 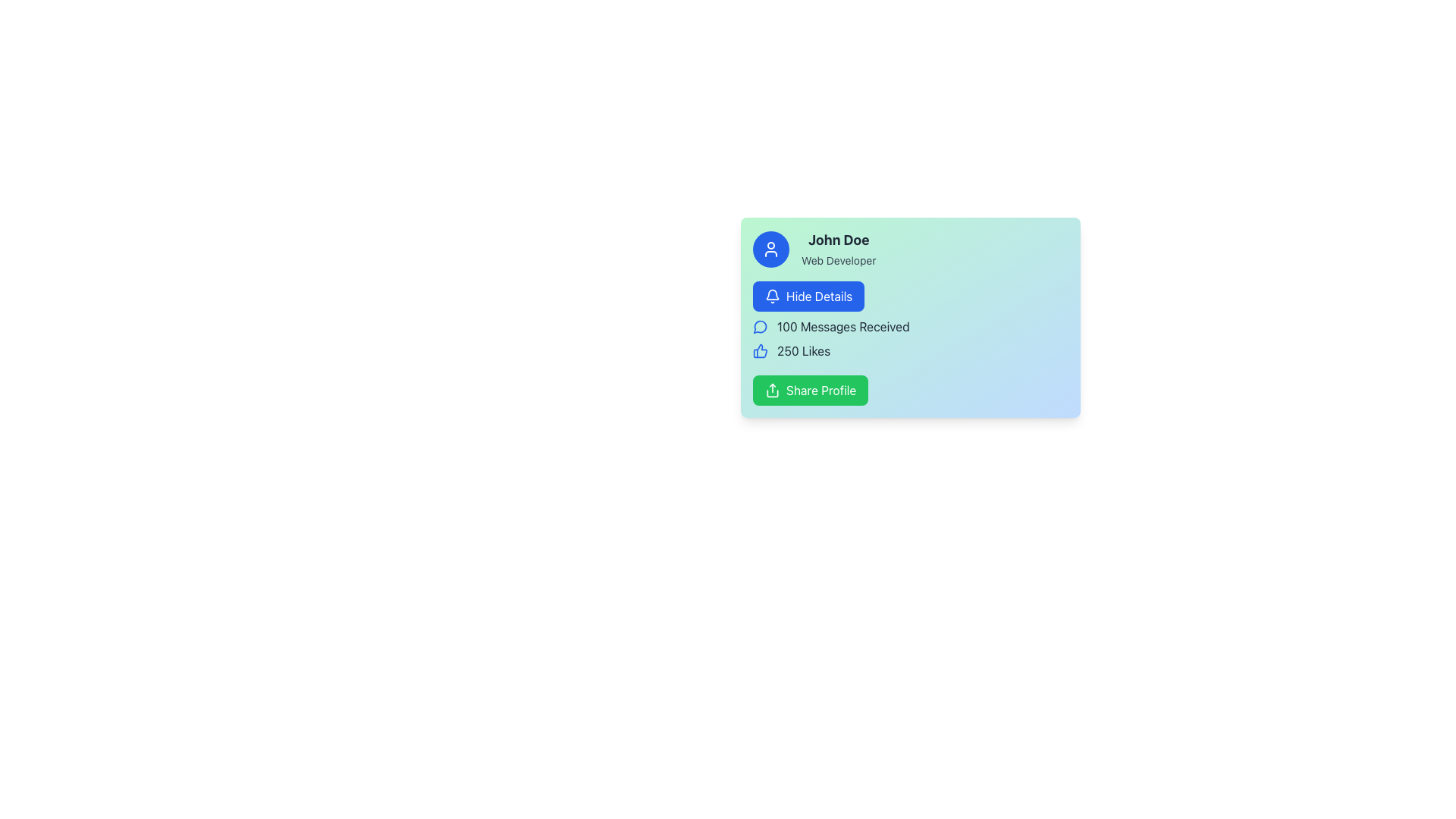 I want to click on the circular user profile icon, which is white on a blue background and located in the top-left corner of the user card, next to the 'John Doe' and 'Web Developer' labels, so click(x=771, y=248).